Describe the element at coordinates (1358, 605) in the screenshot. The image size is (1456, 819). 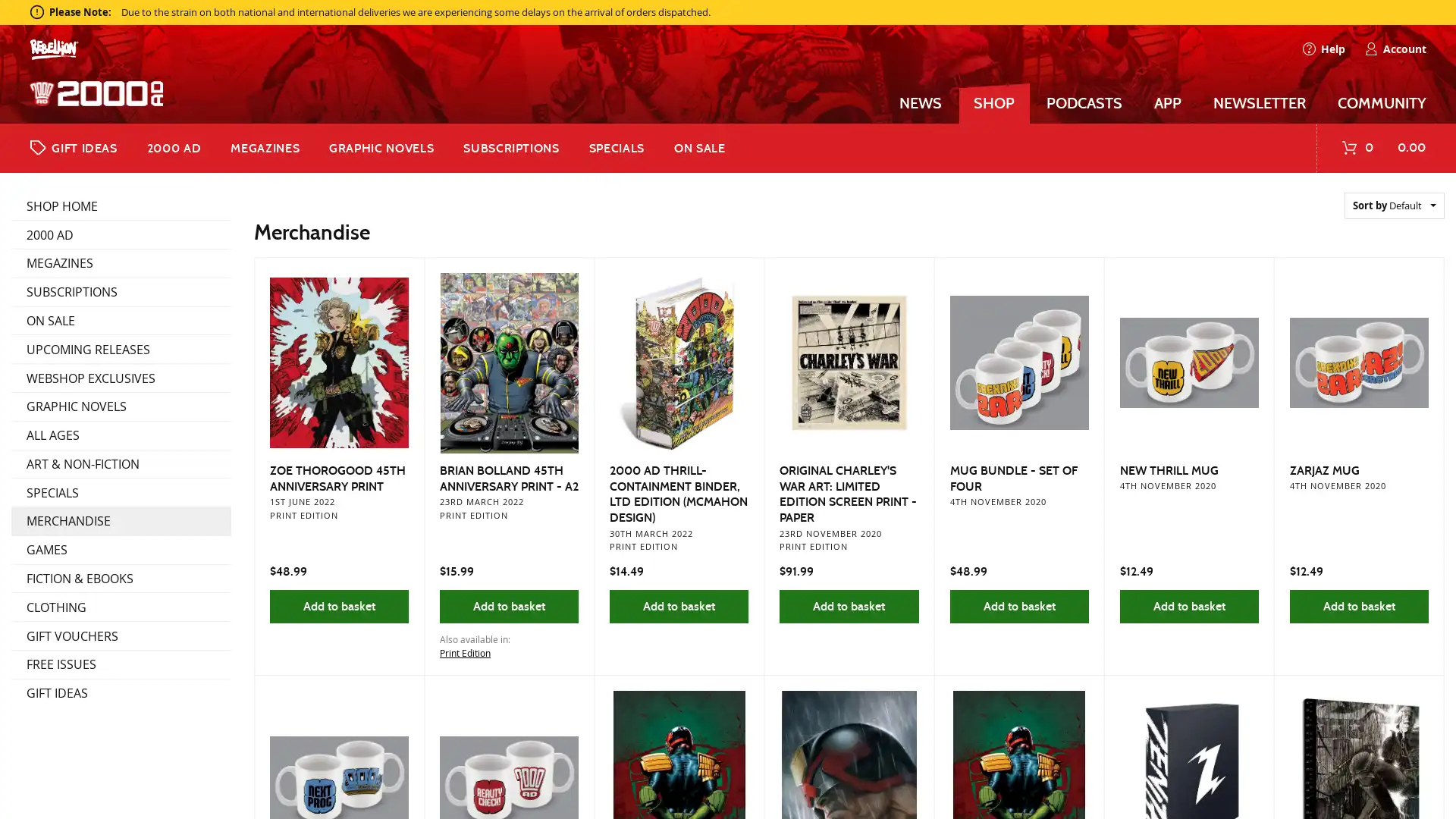
I see `Add to basket` at that location.